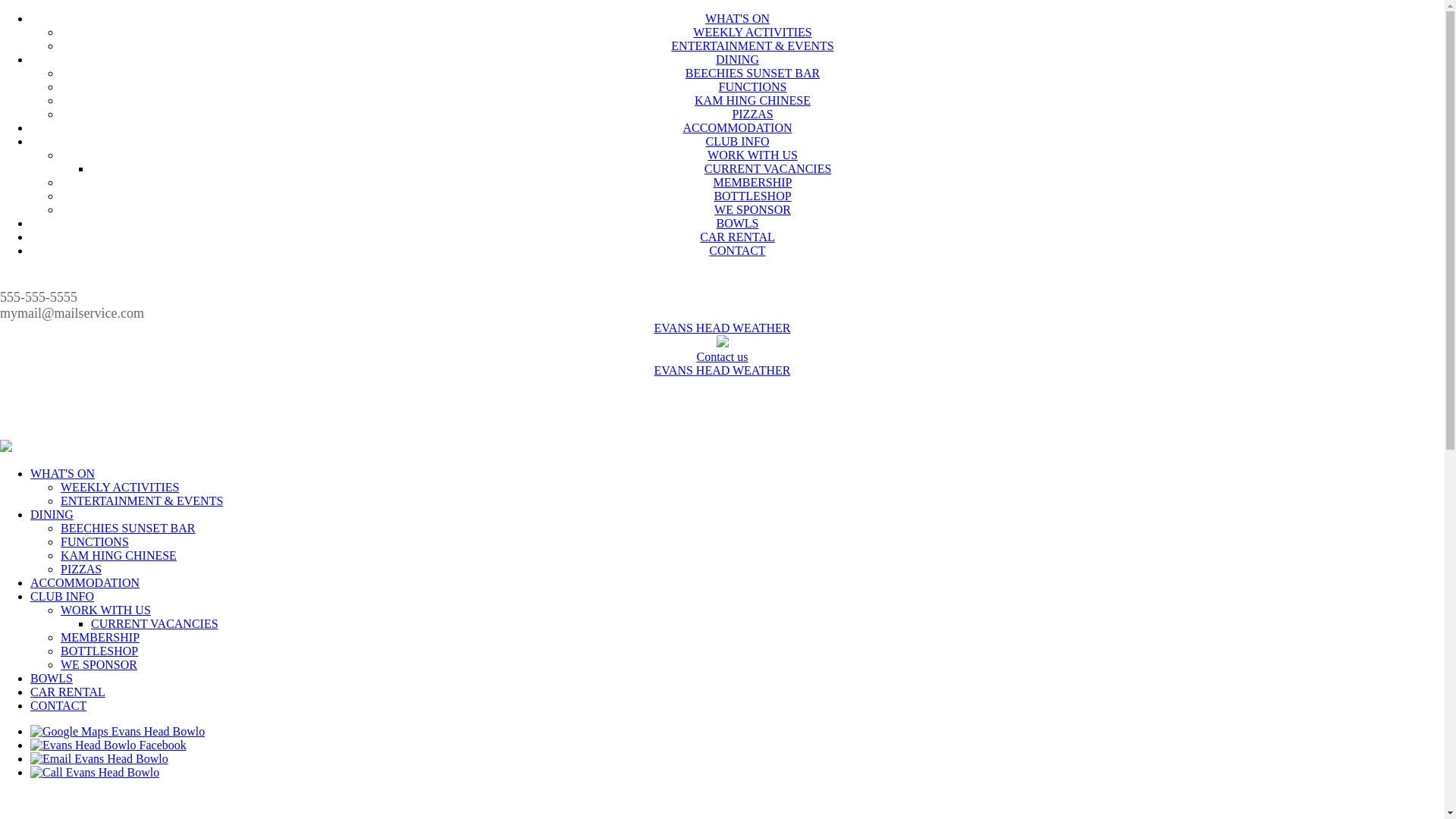 This screenshot has width=1456, height=819. What do you see at coordinates (61, 527) in the screenshot?
I see `'BEECHIES SUNSET BAR'` at bounding box center [61, 527].